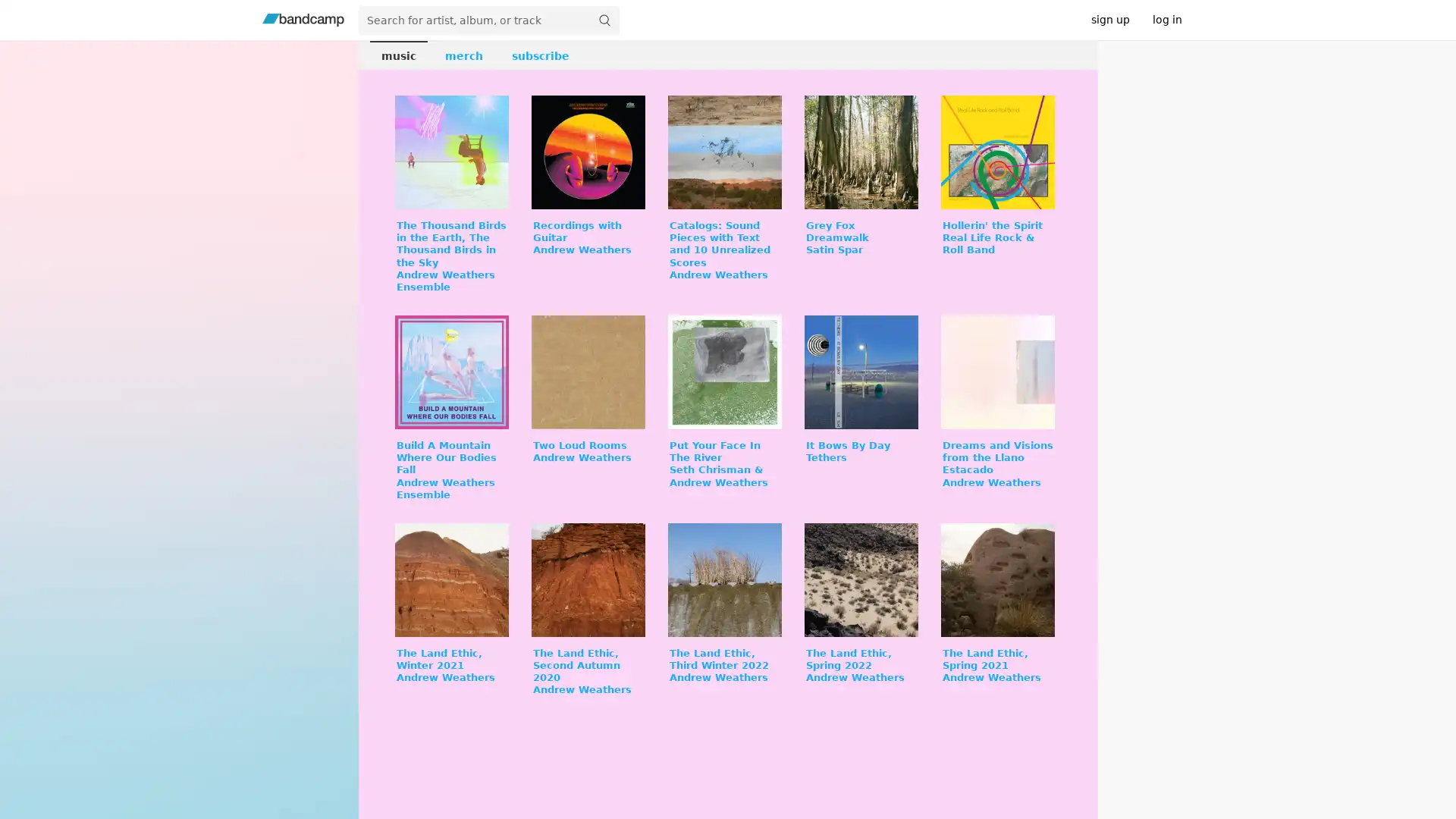 The image size is (1456, 819). What do you see at coordinates (603, 20) in the screenshot?
I see `submit for full search page` at bounding box center [603, 20].